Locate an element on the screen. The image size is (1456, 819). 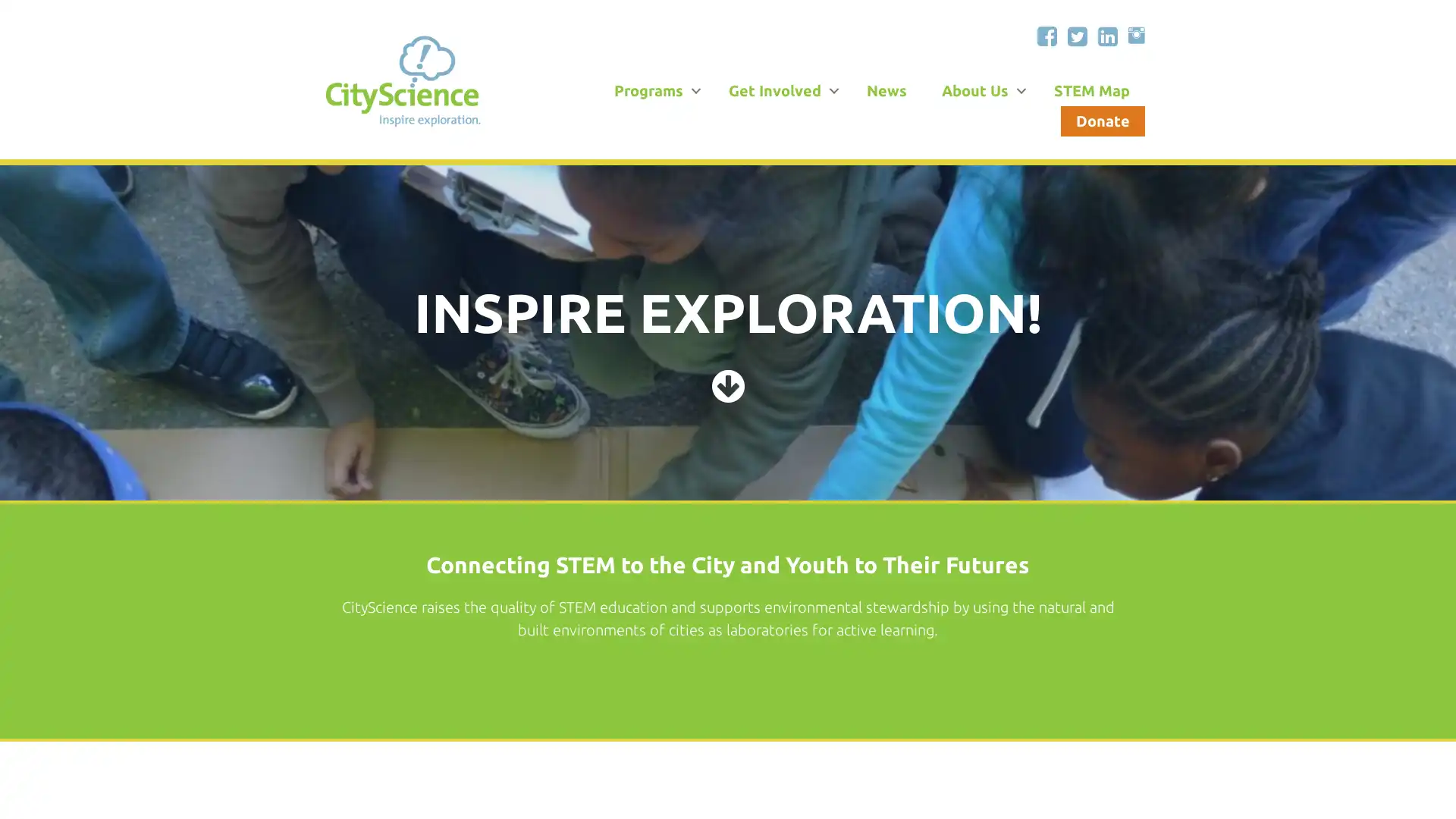
Volunteer With Us is located at coordinates (825, 672).